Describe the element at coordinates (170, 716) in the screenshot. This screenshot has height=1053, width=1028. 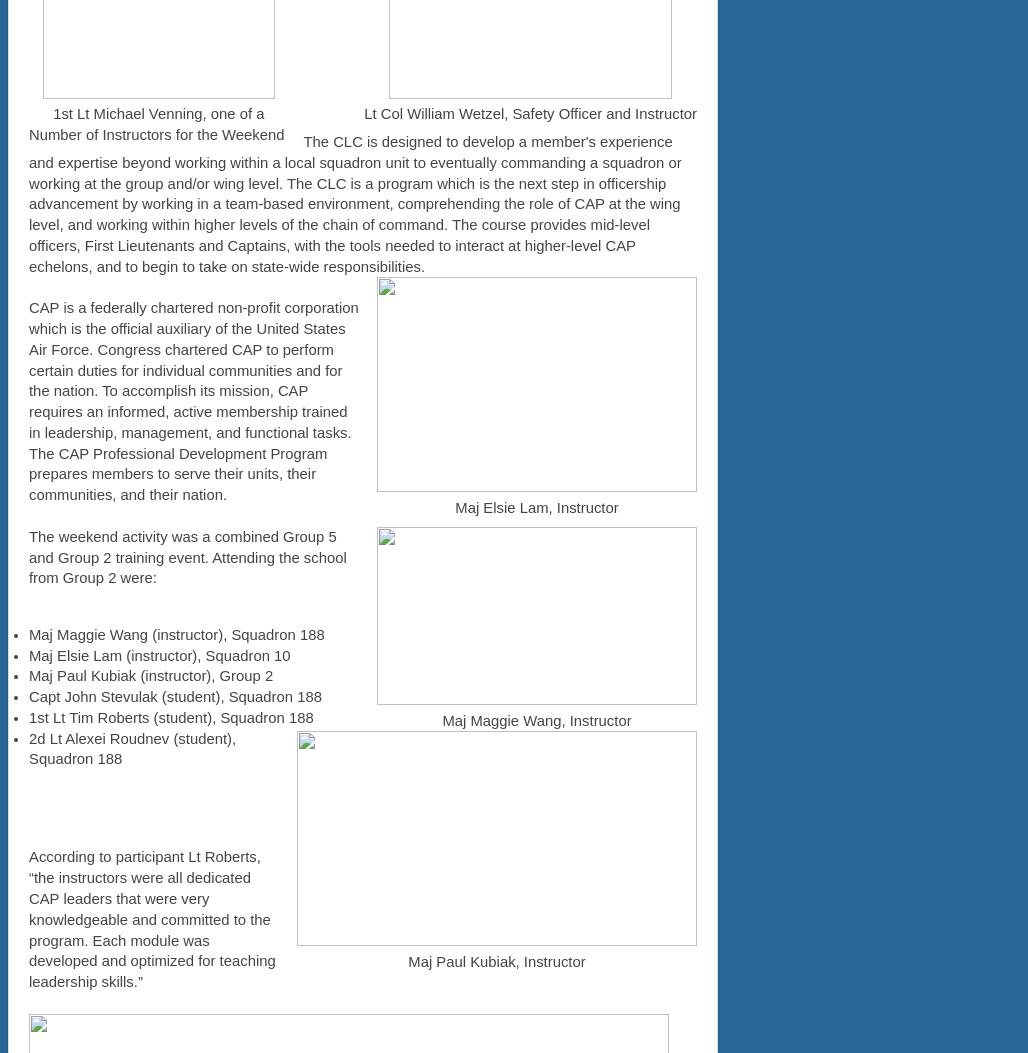
I see `'1st Lt Tim Roberts (student), Squadron 188'` at that location.